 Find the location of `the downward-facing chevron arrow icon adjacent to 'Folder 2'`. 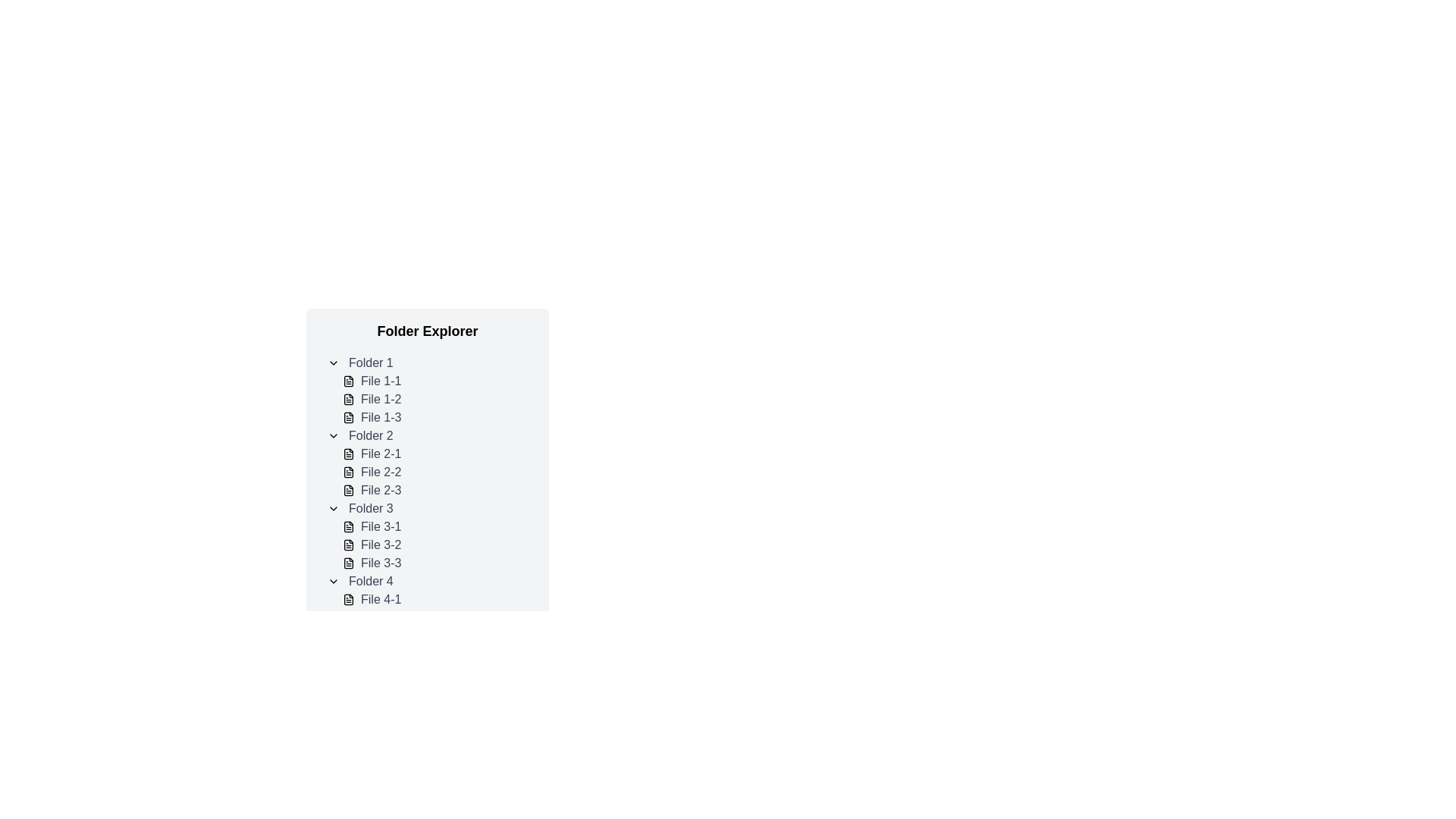

the downward-facing chevron arrow icon adjacent to 'Folder 2' is located at coordinates (333, 435).